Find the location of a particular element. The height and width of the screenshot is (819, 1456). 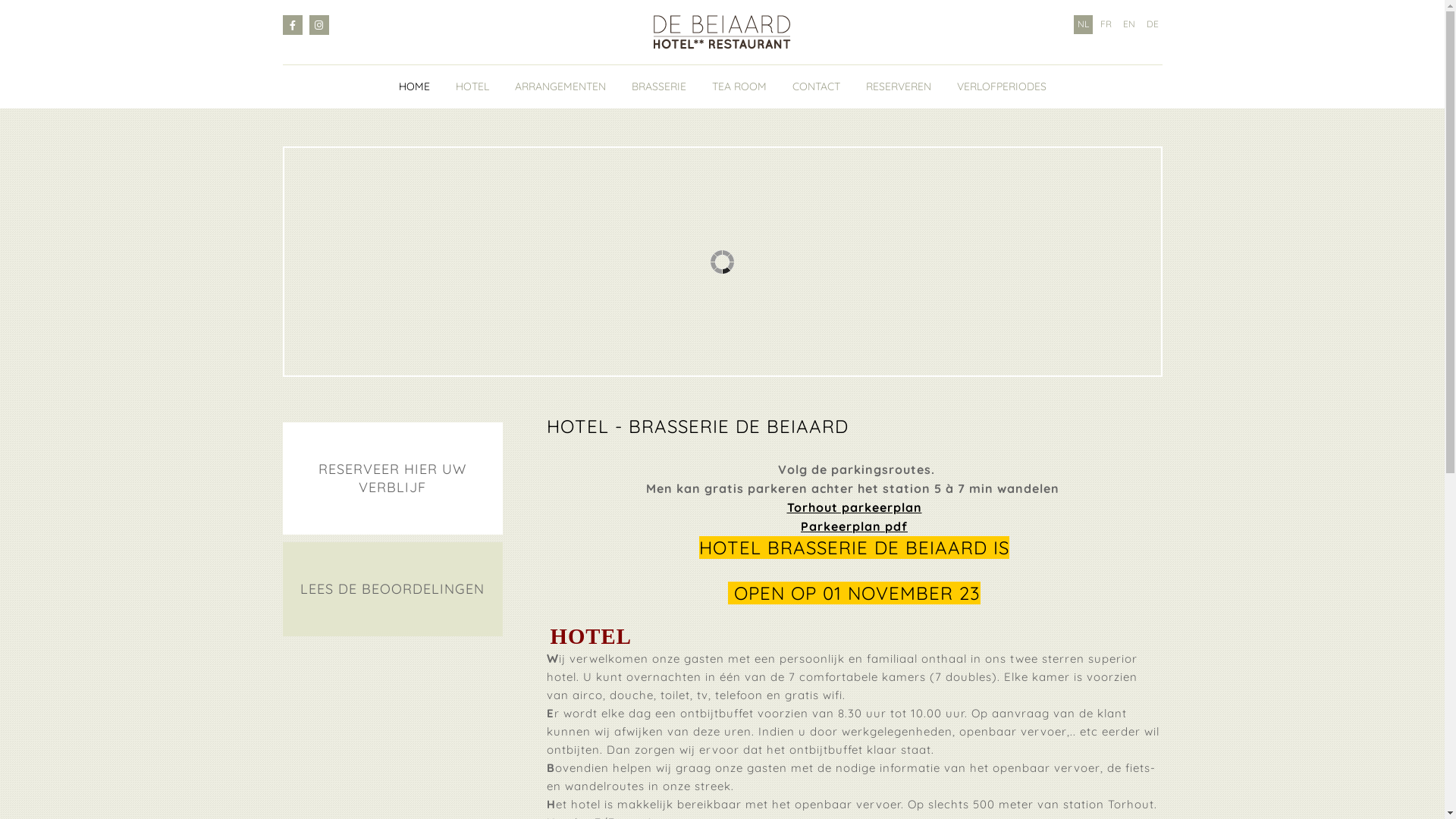

'RESERVEER HIER UW VERBLIJF' is located at coordinates (392, 479).